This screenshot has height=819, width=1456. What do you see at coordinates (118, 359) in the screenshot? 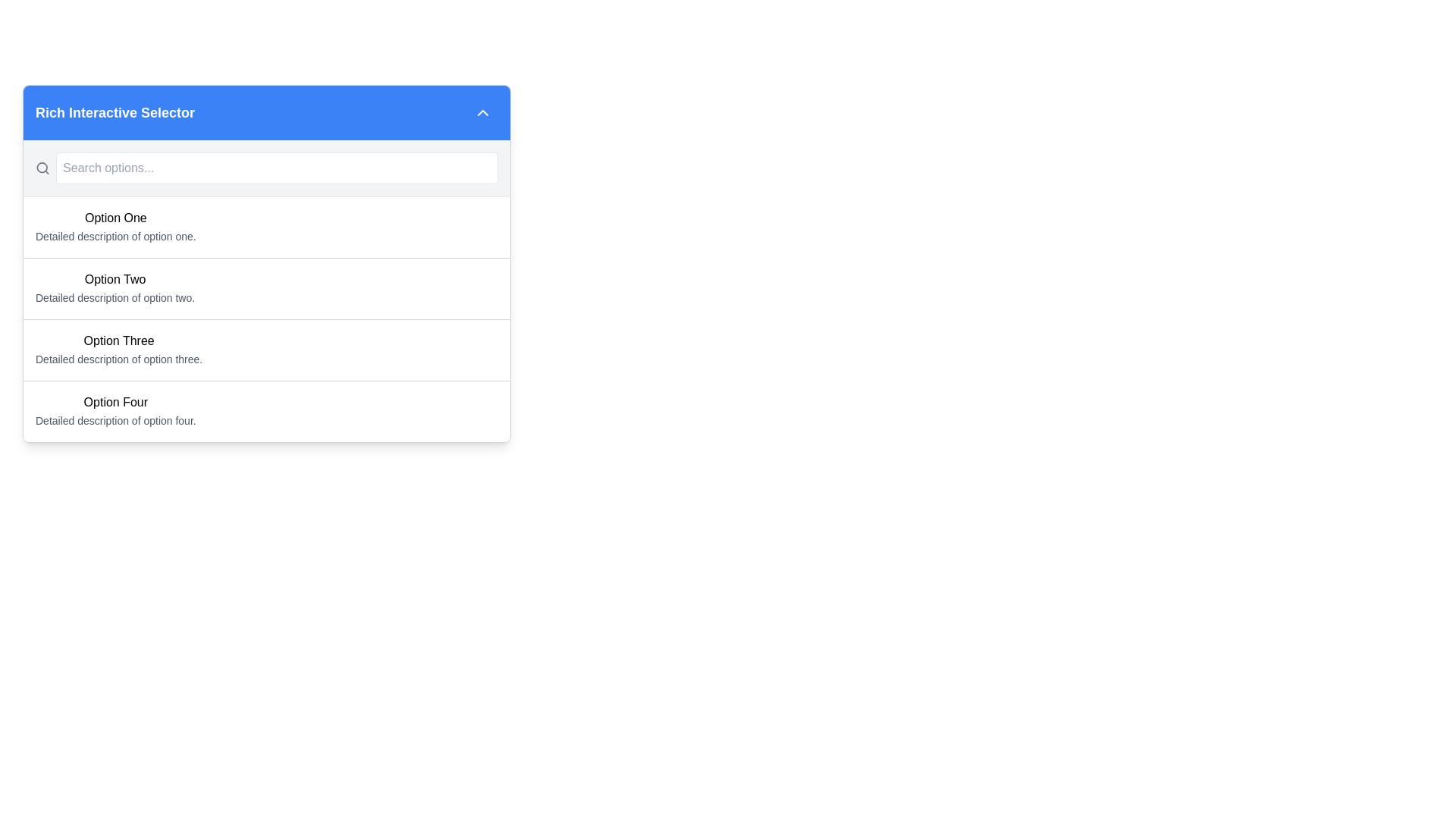
I see `text label that displays 'Detailed description of option three.', which is located directly below the 'Option Three' header in the third selectable option group of the menu` at bounding box center [118, 359].